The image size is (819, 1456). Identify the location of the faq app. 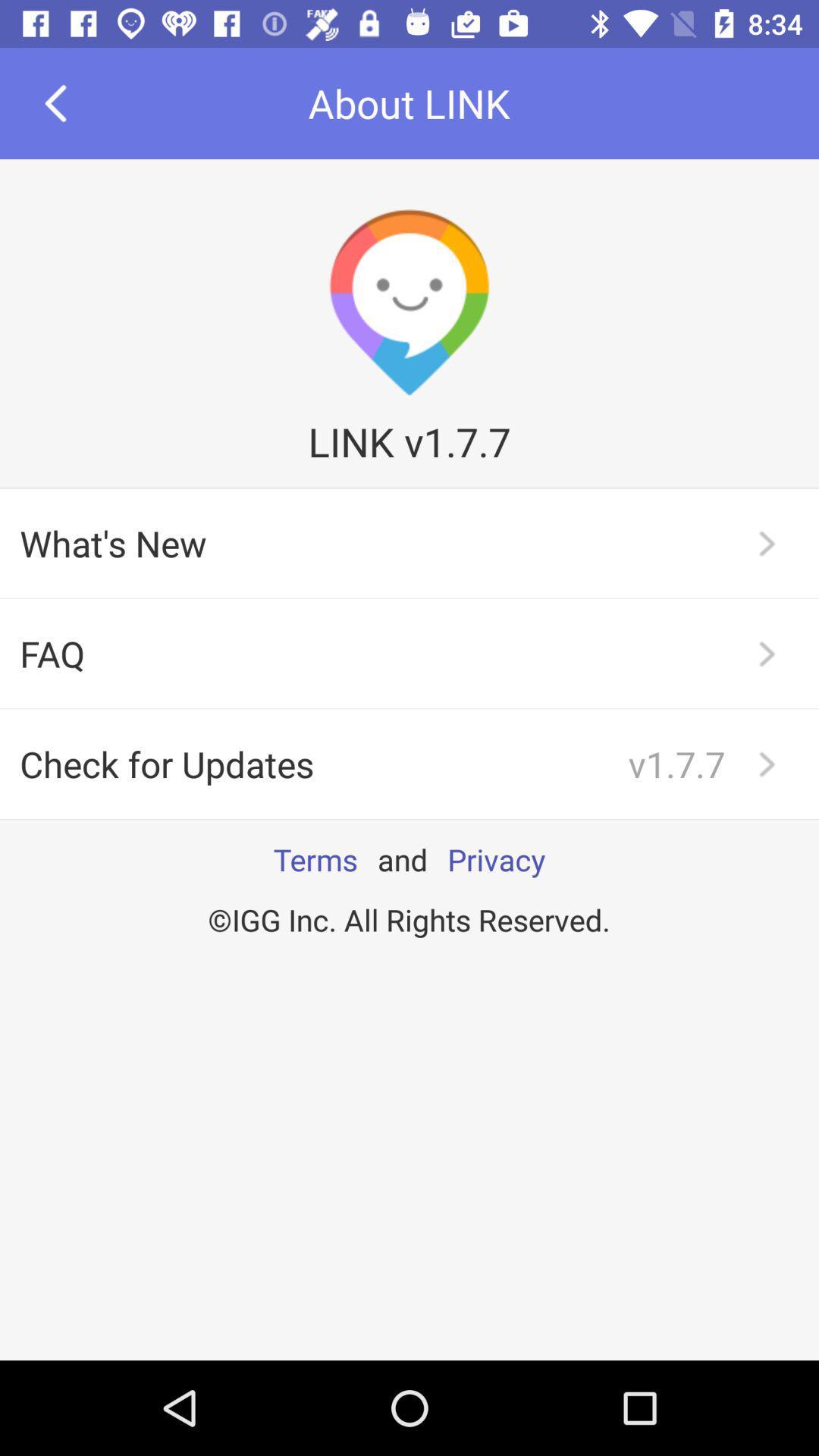
(409, 654).